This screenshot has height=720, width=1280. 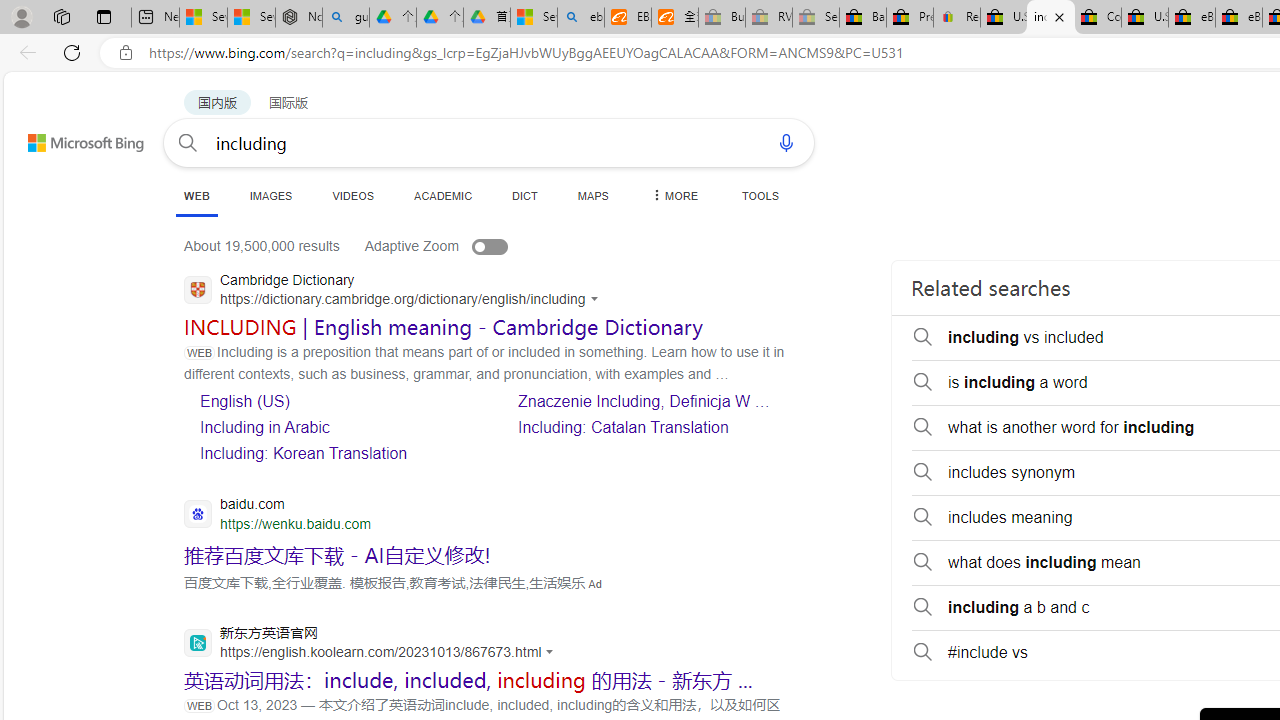 I want to click on 'Back to Bing search', so click(x=73, y=137).